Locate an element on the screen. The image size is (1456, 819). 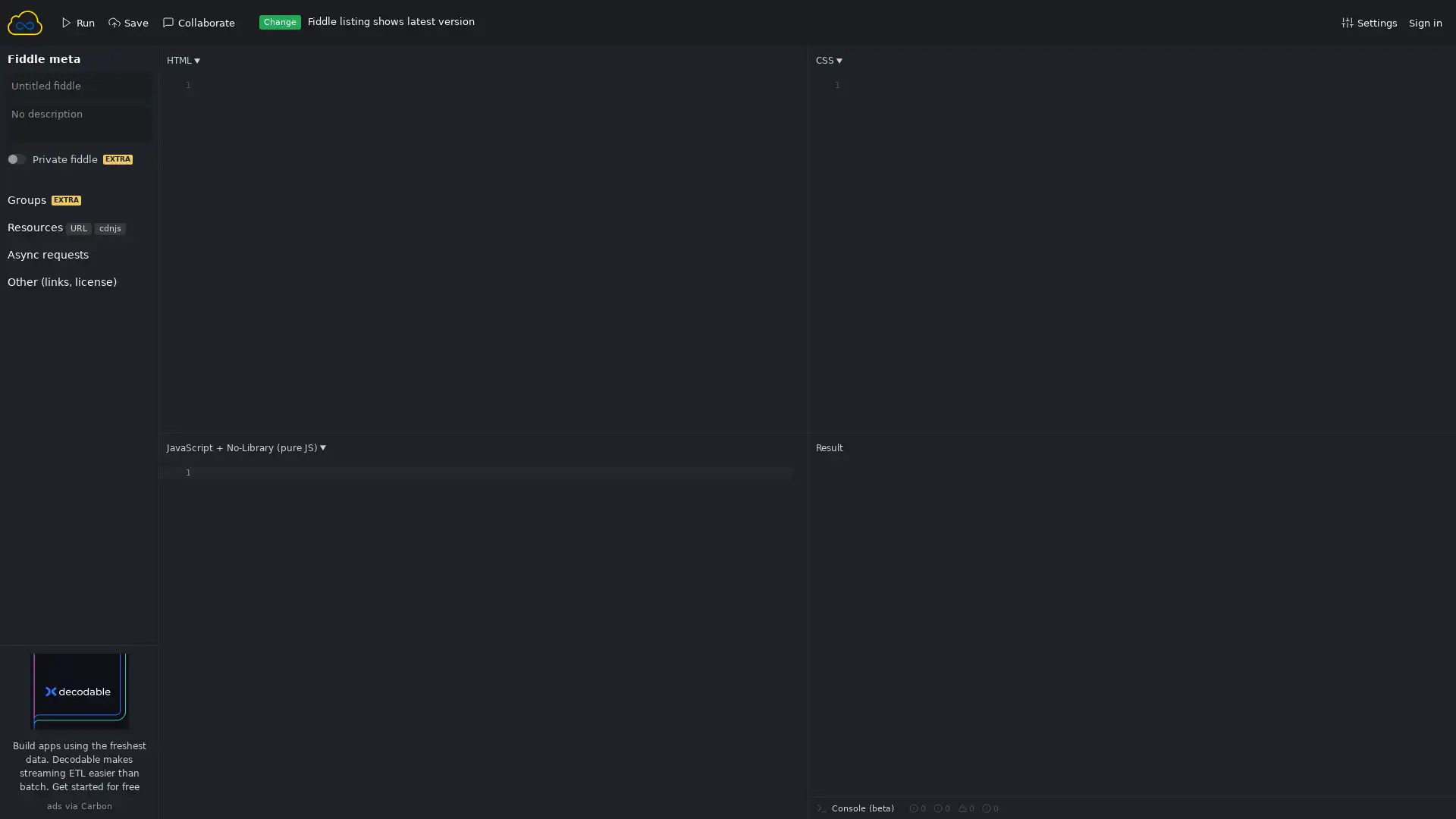
Save is located at coordinates (32, 163).